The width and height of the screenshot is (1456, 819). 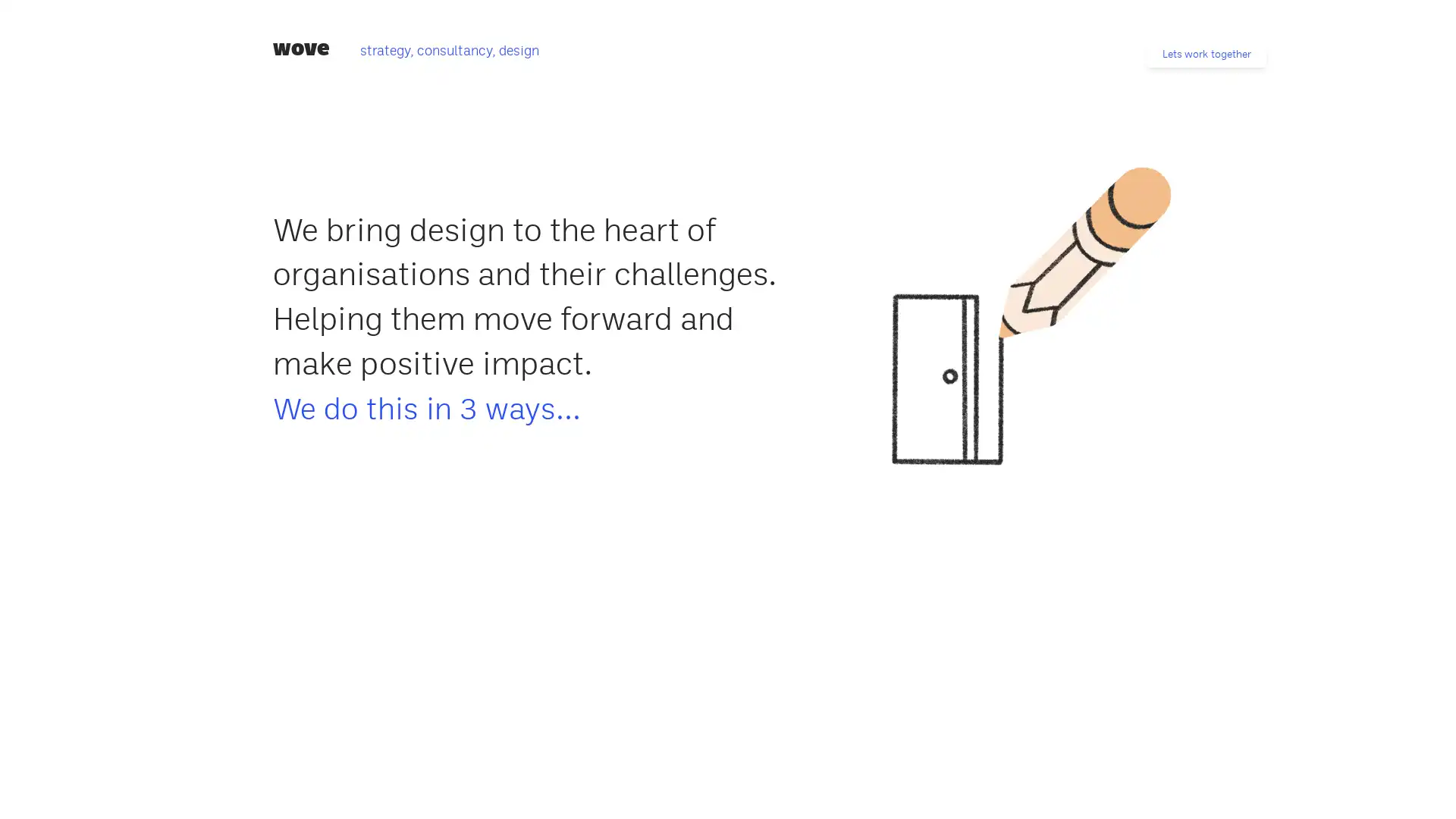 I want to click on Lets work together, so click(x=1206, y=53).